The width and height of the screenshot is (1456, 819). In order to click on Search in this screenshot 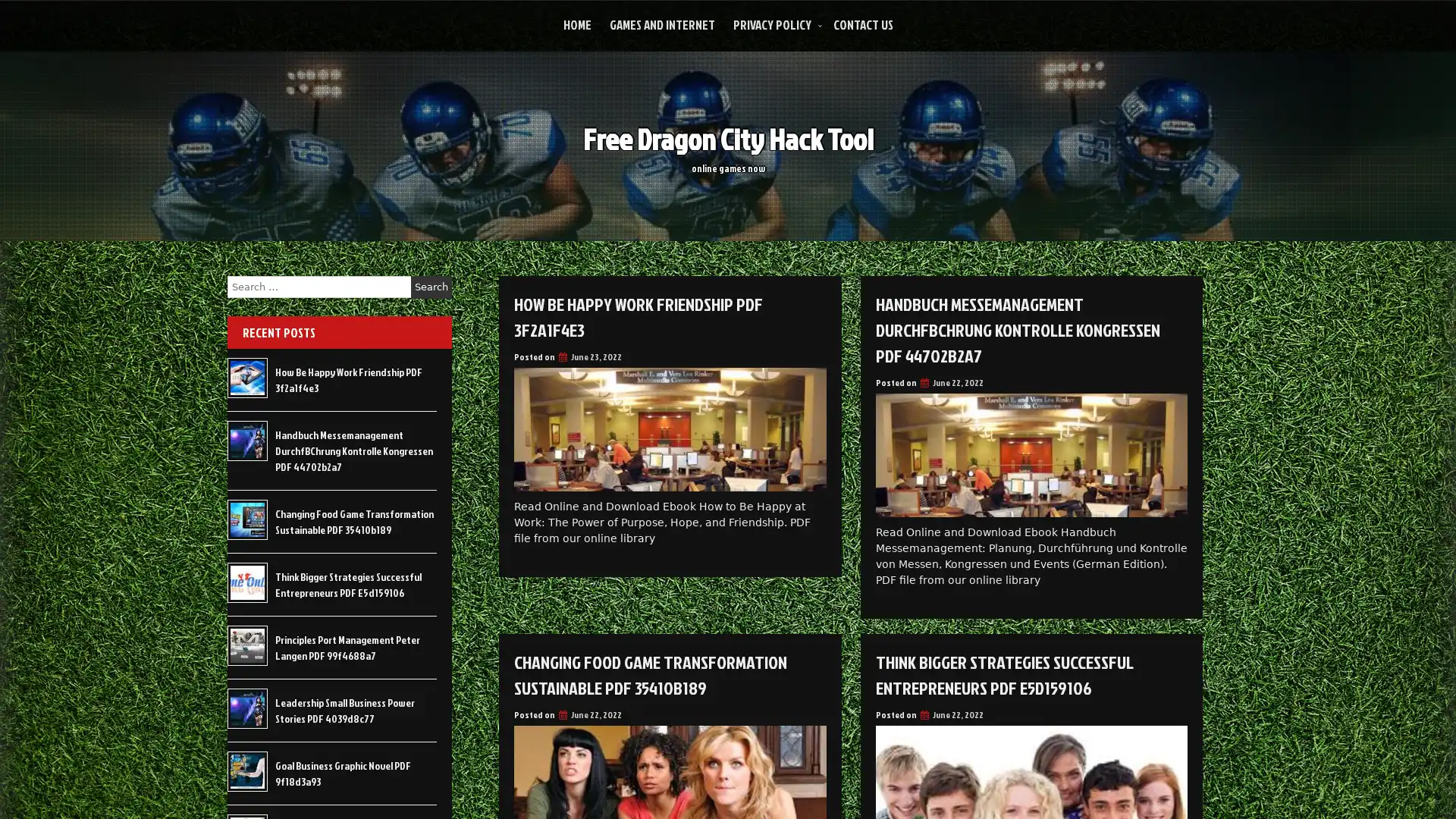, I will do `click(431, 287)`.